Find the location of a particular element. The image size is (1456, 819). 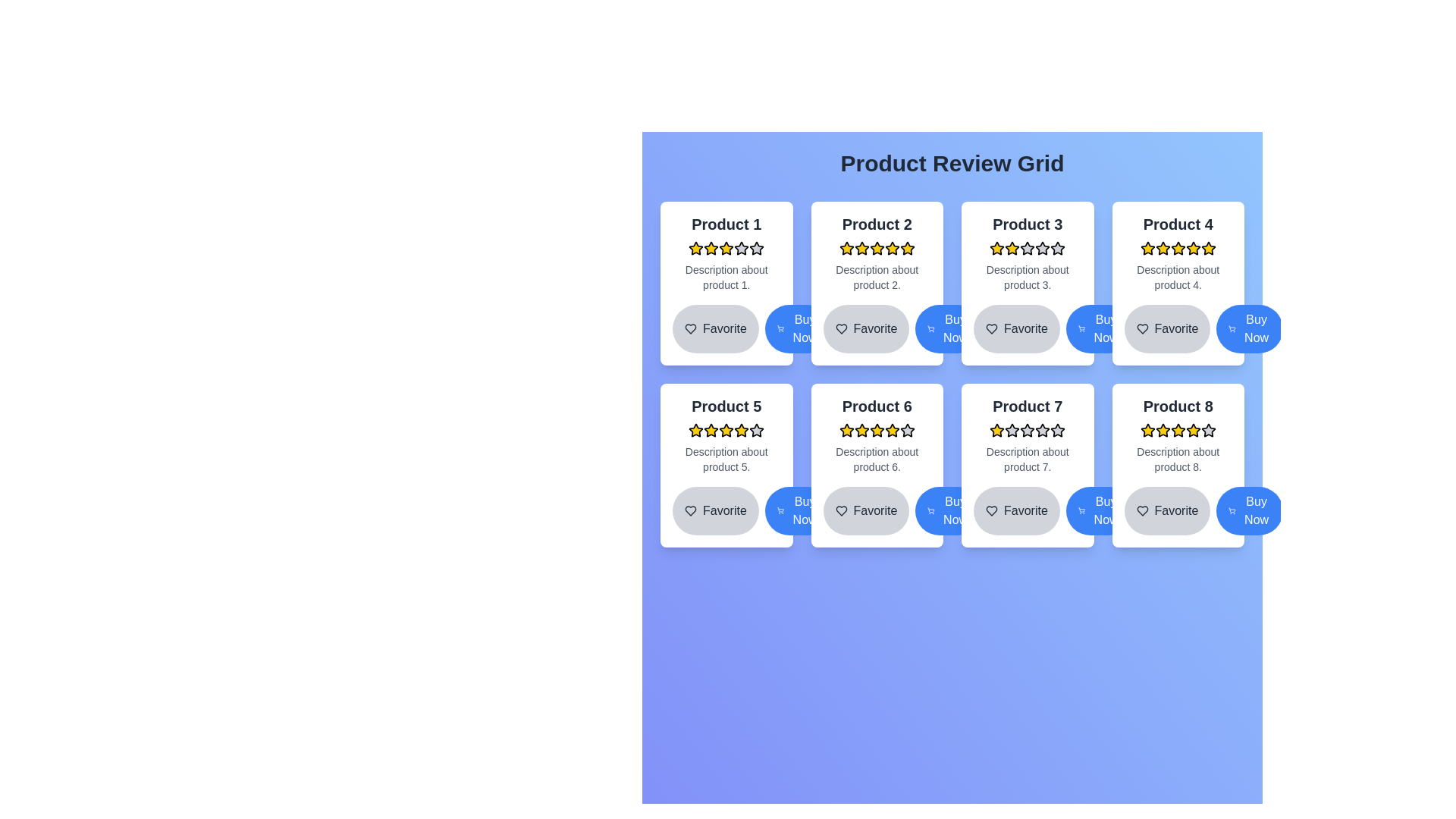

the fourth star in the 5-star rating system for the associated product in the 'Product 7' card to change the rating is located at coordinates (1028, 430).